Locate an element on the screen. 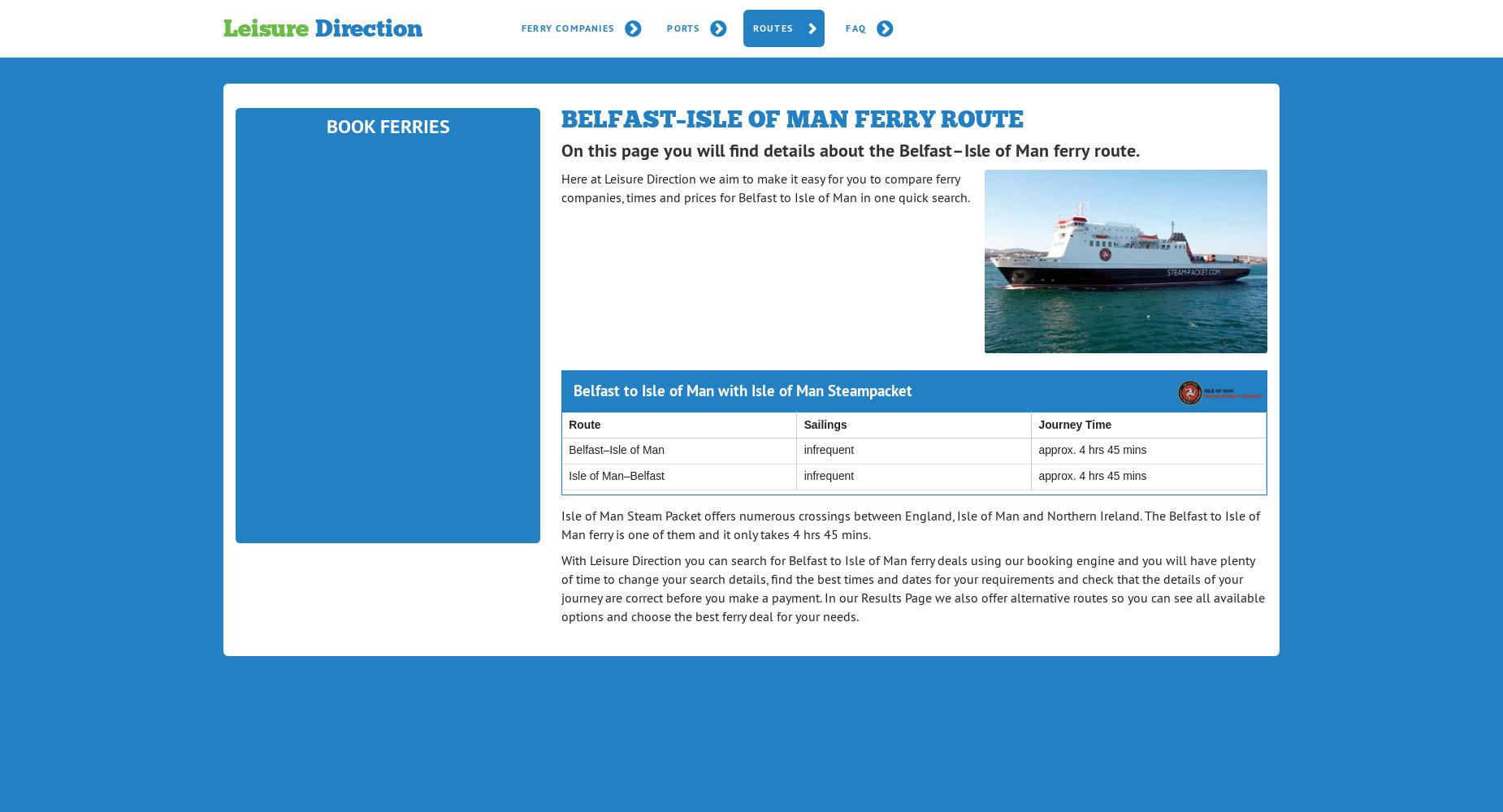 Image resolution: width=1503 pixels, height=812 pixels. 'Direction' is located at coordinates (367, 28).